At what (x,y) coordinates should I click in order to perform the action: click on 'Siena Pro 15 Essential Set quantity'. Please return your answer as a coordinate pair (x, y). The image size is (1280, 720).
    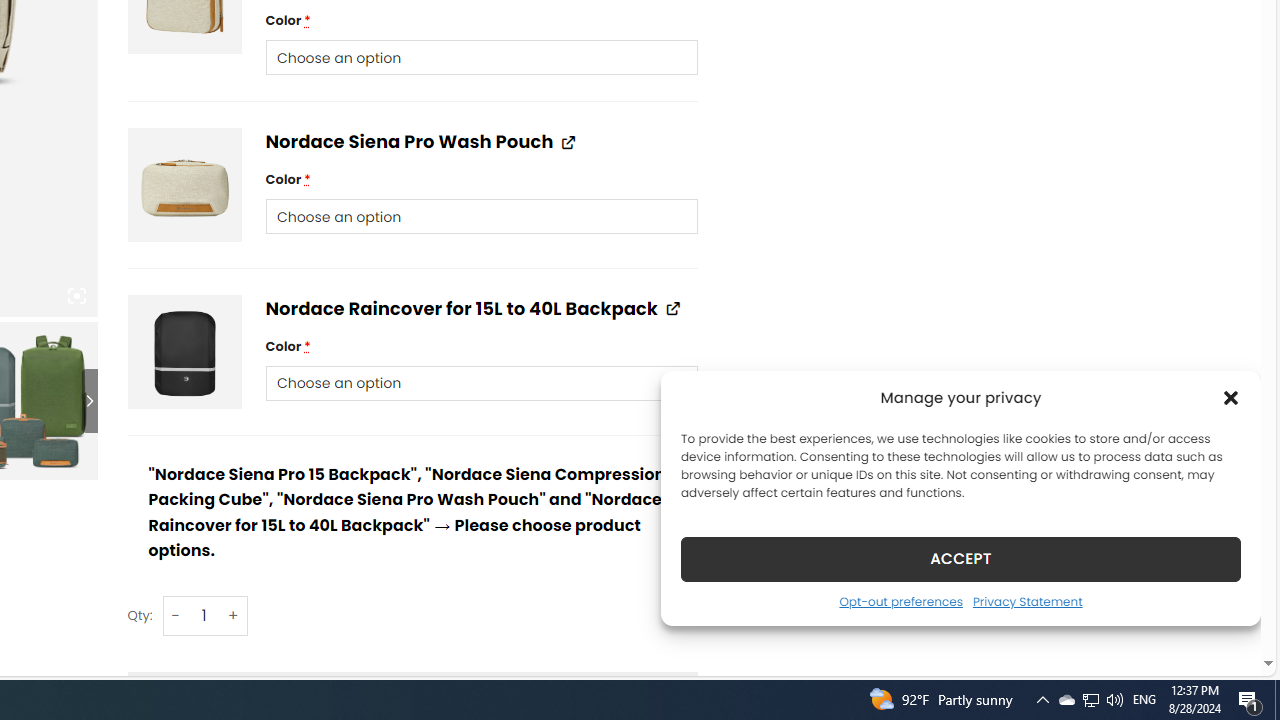
    Looking at the image, I should click on (204, 614).